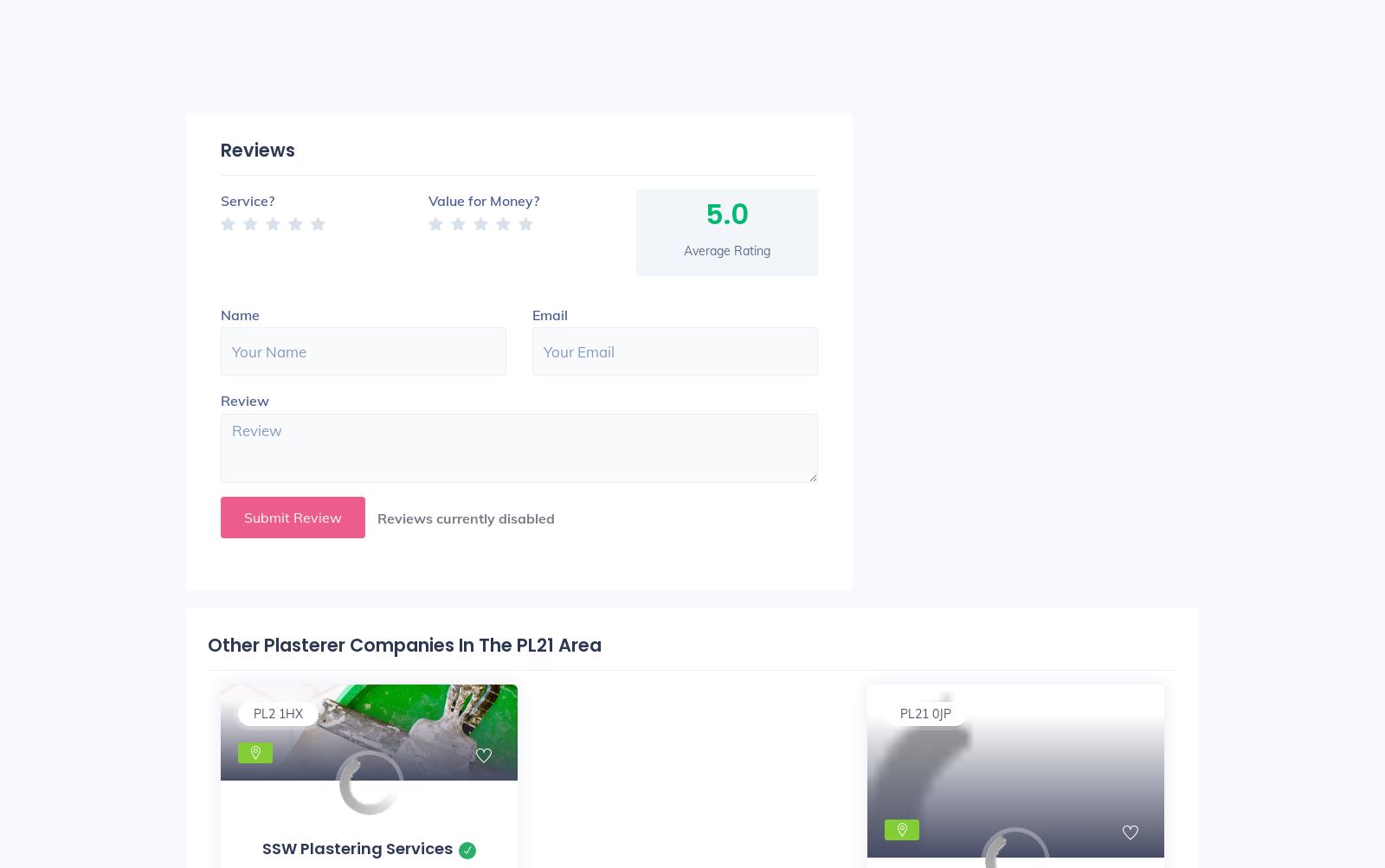 Image resolution: width=1385 pixels, height=868 pixels. I want to click on 'SSW Plastering Services', so click(356, 847).